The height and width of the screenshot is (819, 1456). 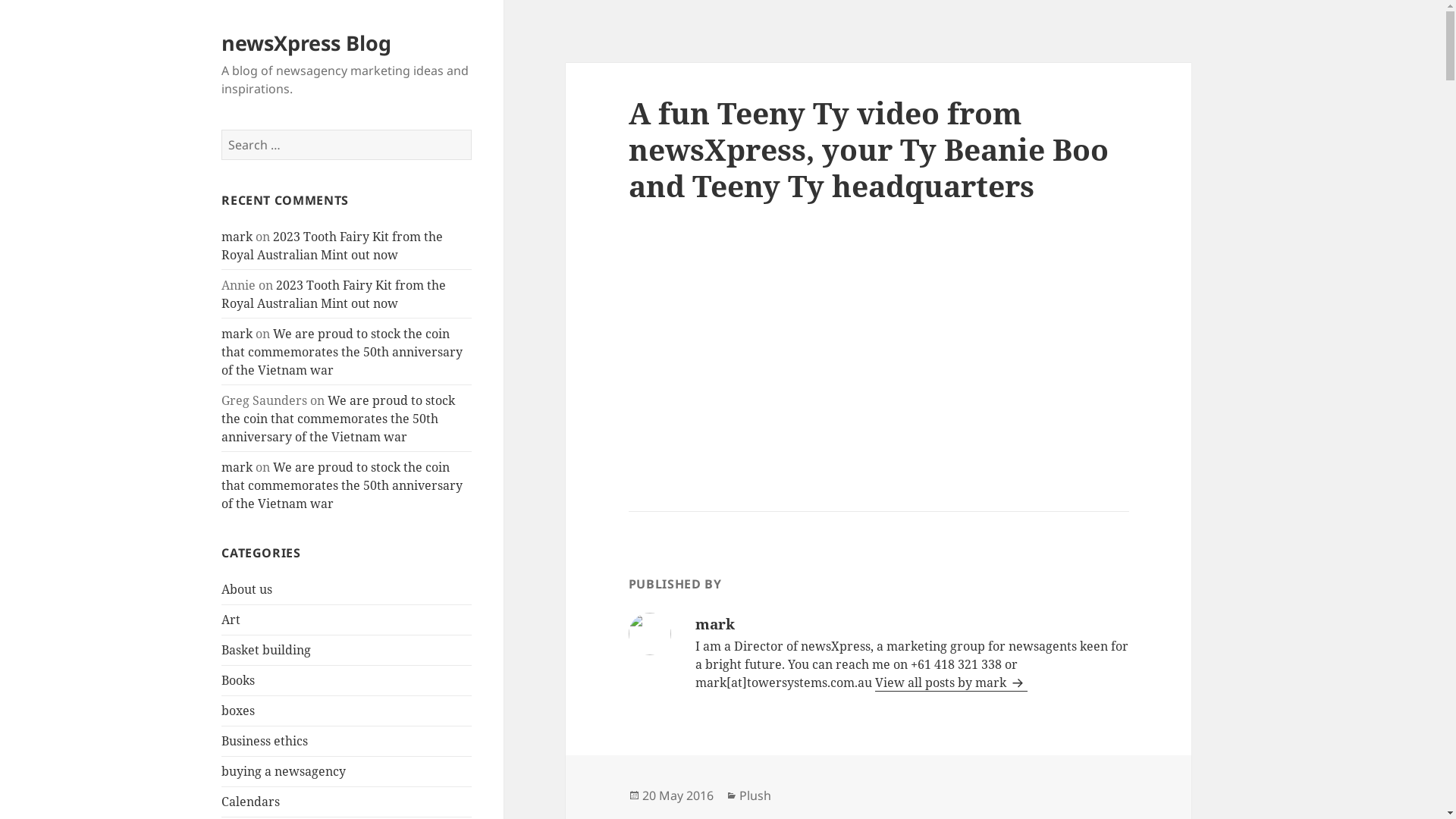 I want to click on 'mark', so click(x=221, y=332).